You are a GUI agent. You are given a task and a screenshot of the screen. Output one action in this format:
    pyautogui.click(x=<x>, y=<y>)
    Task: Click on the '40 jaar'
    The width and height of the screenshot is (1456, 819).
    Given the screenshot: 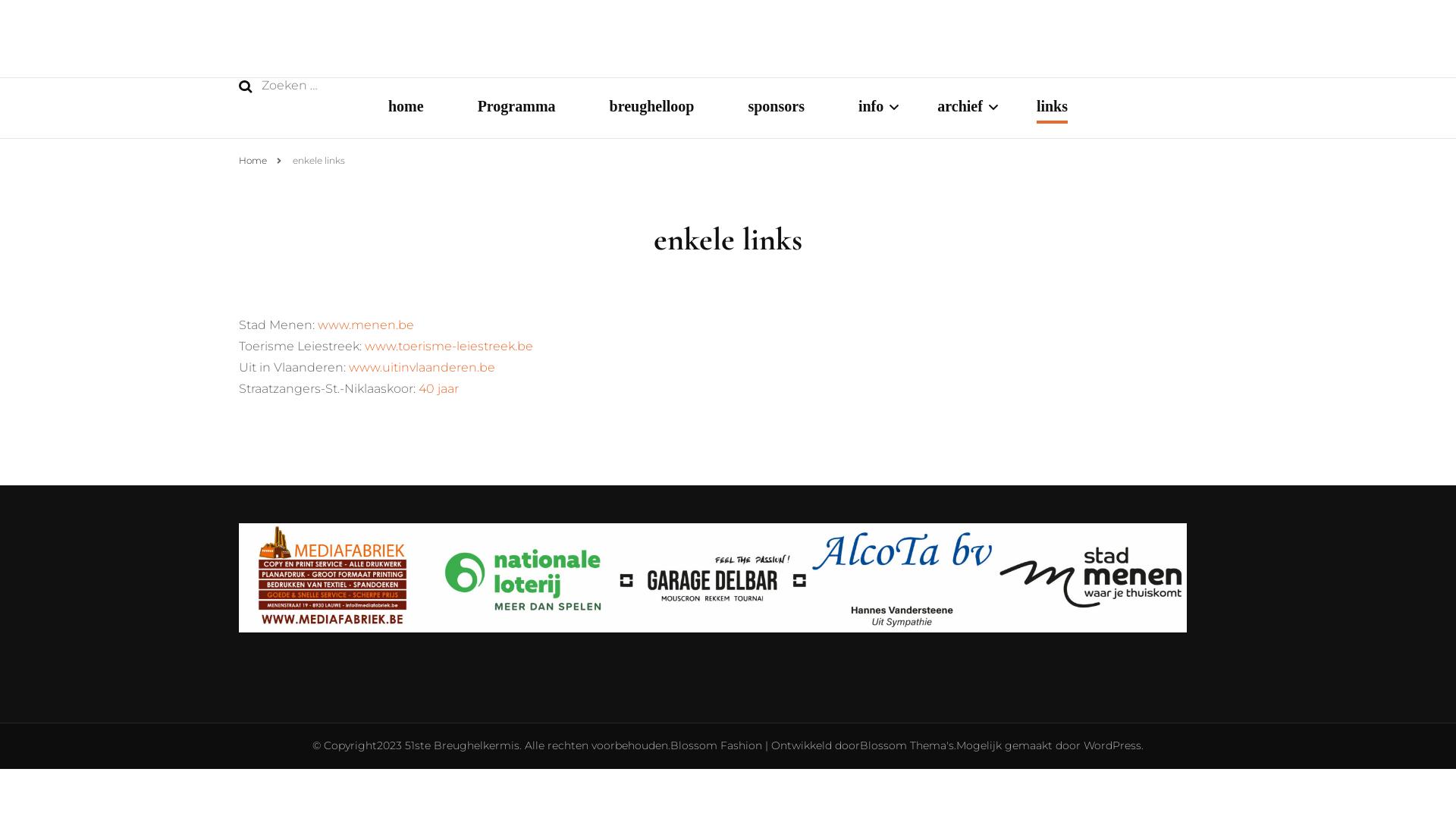 What is the action you would take?
    pyautogui.click(x=438, y=388)
    